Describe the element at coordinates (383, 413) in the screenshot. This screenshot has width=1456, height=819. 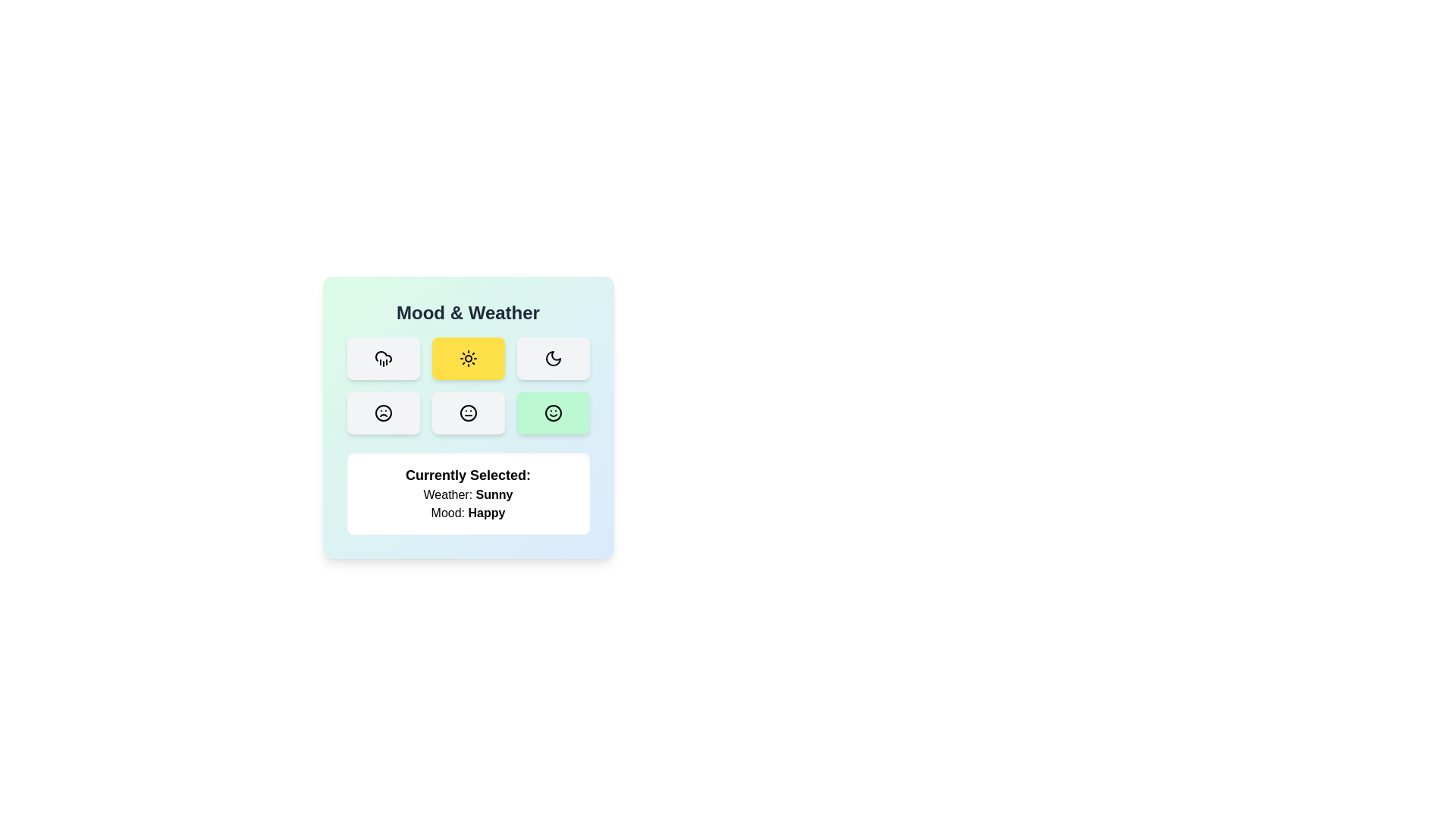
I see `the sad mood icon located in the center of the bottom row of a 3x3 grid` at that location.